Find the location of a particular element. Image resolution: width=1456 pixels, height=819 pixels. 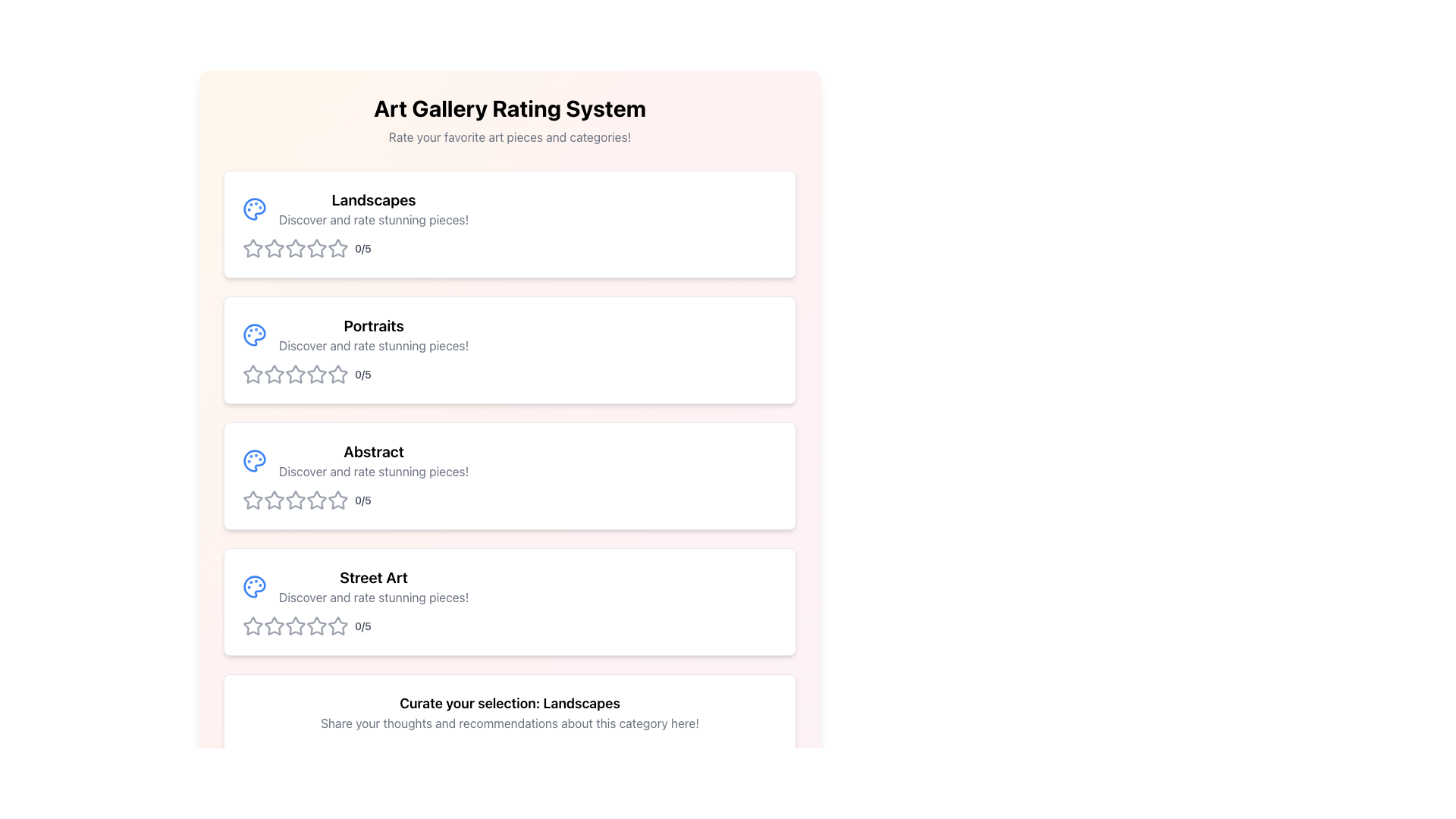

the fourth star icon in the rating system, which is outlined in gray and located under the 'Abstract' section is located at coordinates (295, 500).